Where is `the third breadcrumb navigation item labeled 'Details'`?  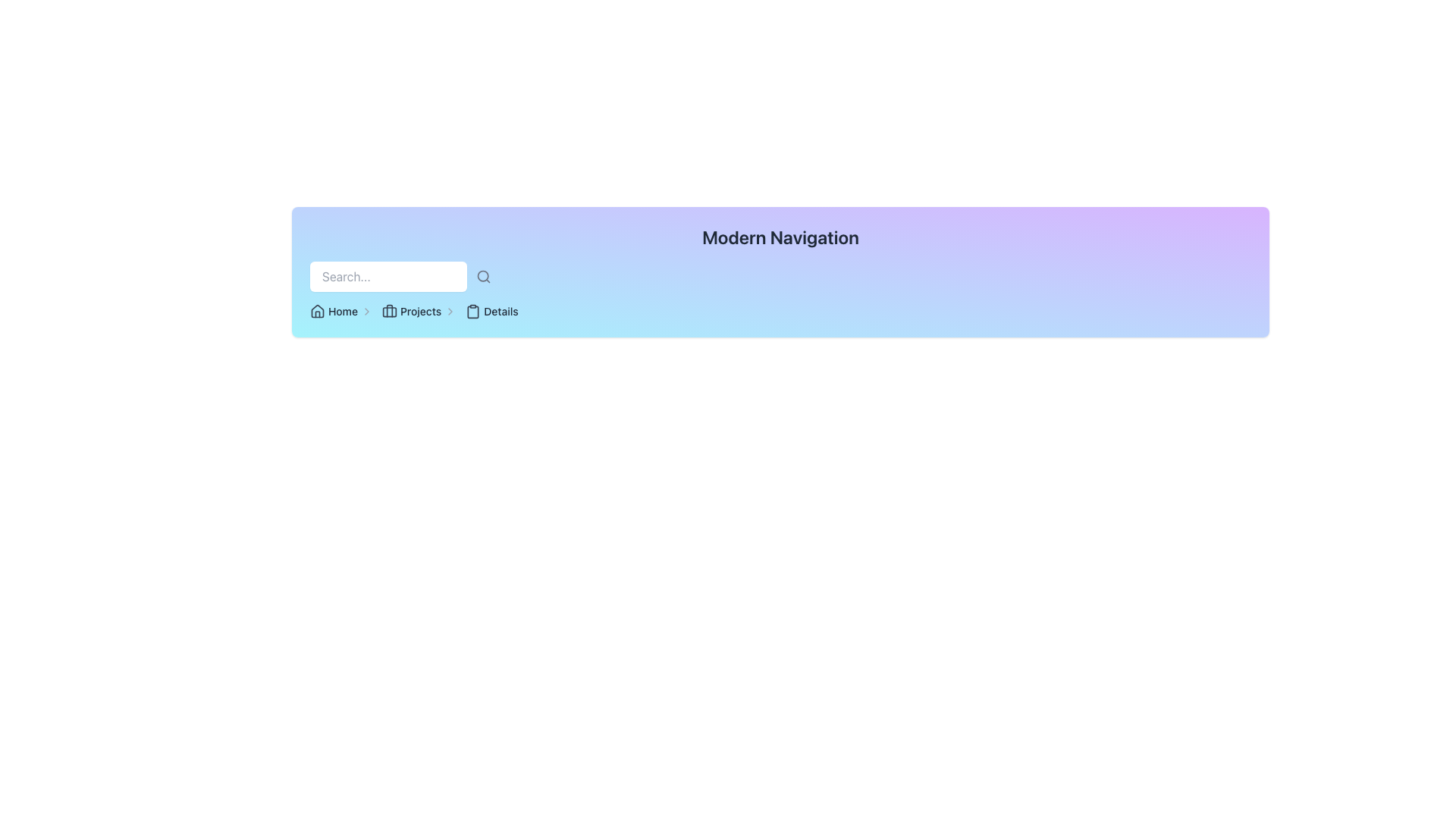 the third breadcrumb navigation item labeled 'Details' is located at coordinates (491, 311).